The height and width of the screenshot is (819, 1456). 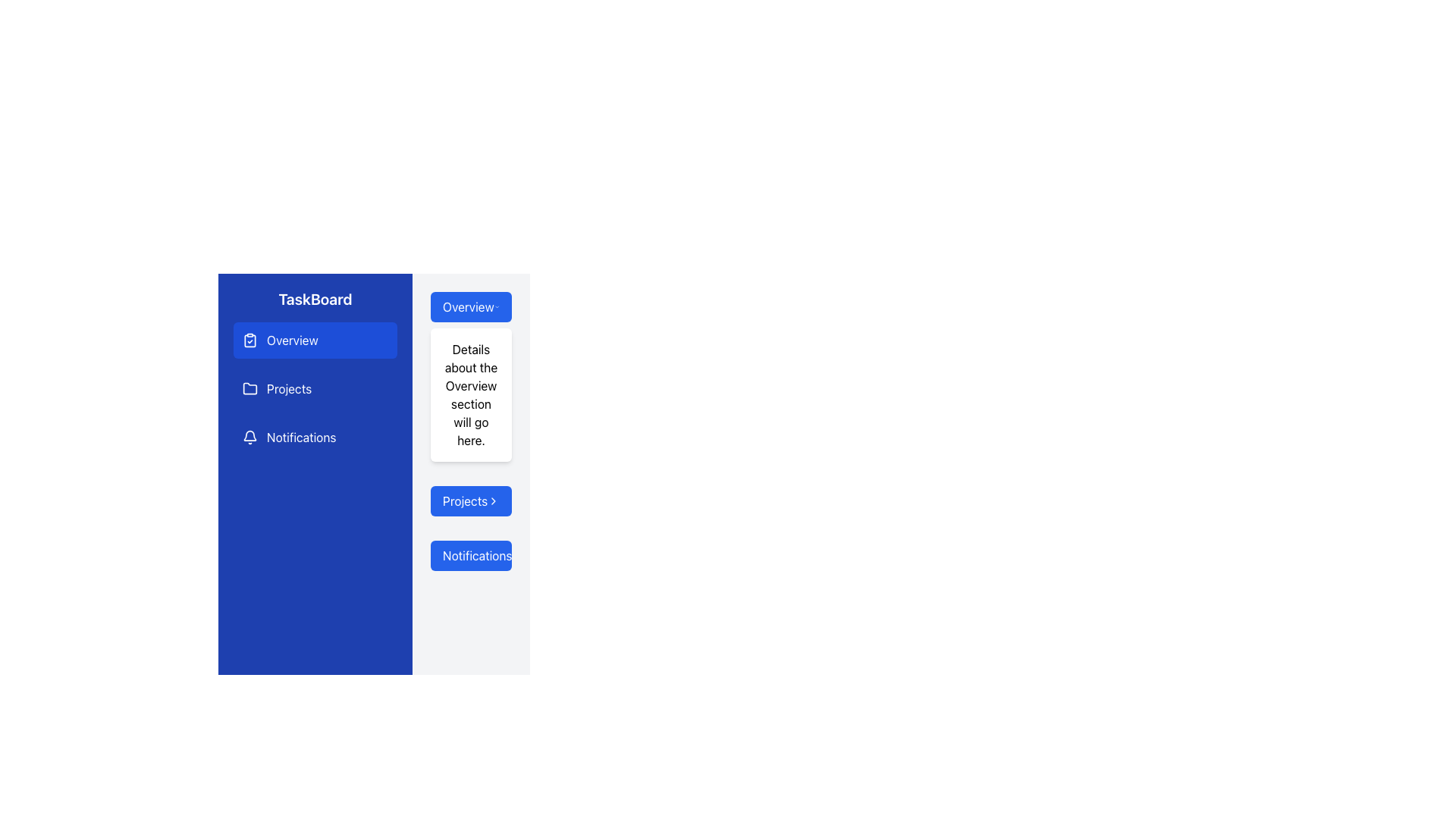 What do you see at coordinates (494, 500) in the screenshot?
I see `the icon located to the right of the 'Projects' label, which serves as a control for expanding or collapsing the menu` at bounding box center [494, 500].